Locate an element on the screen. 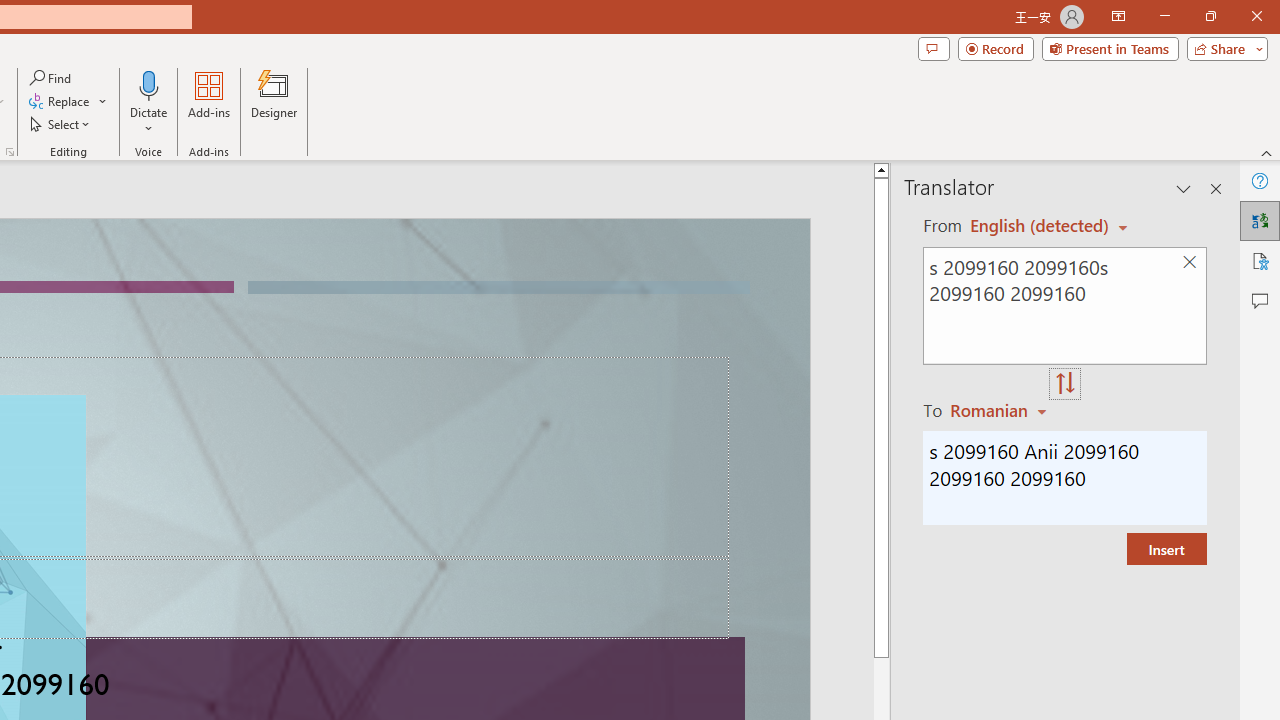 This screenshot has height=720, width=1280. 'Czech' is located at coordinates (1001, 409).